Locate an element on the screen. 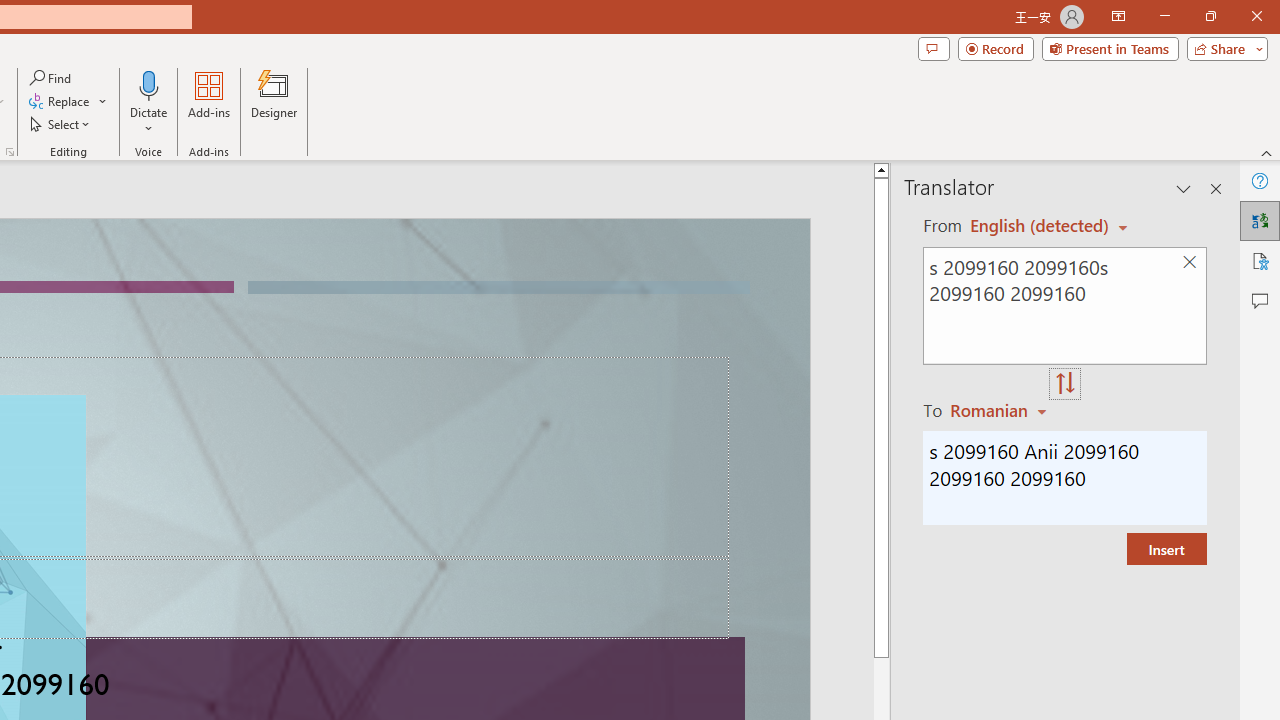 This screenshot has height=720, width=1280. 'Czech' is located at coordinates (1001, 409).